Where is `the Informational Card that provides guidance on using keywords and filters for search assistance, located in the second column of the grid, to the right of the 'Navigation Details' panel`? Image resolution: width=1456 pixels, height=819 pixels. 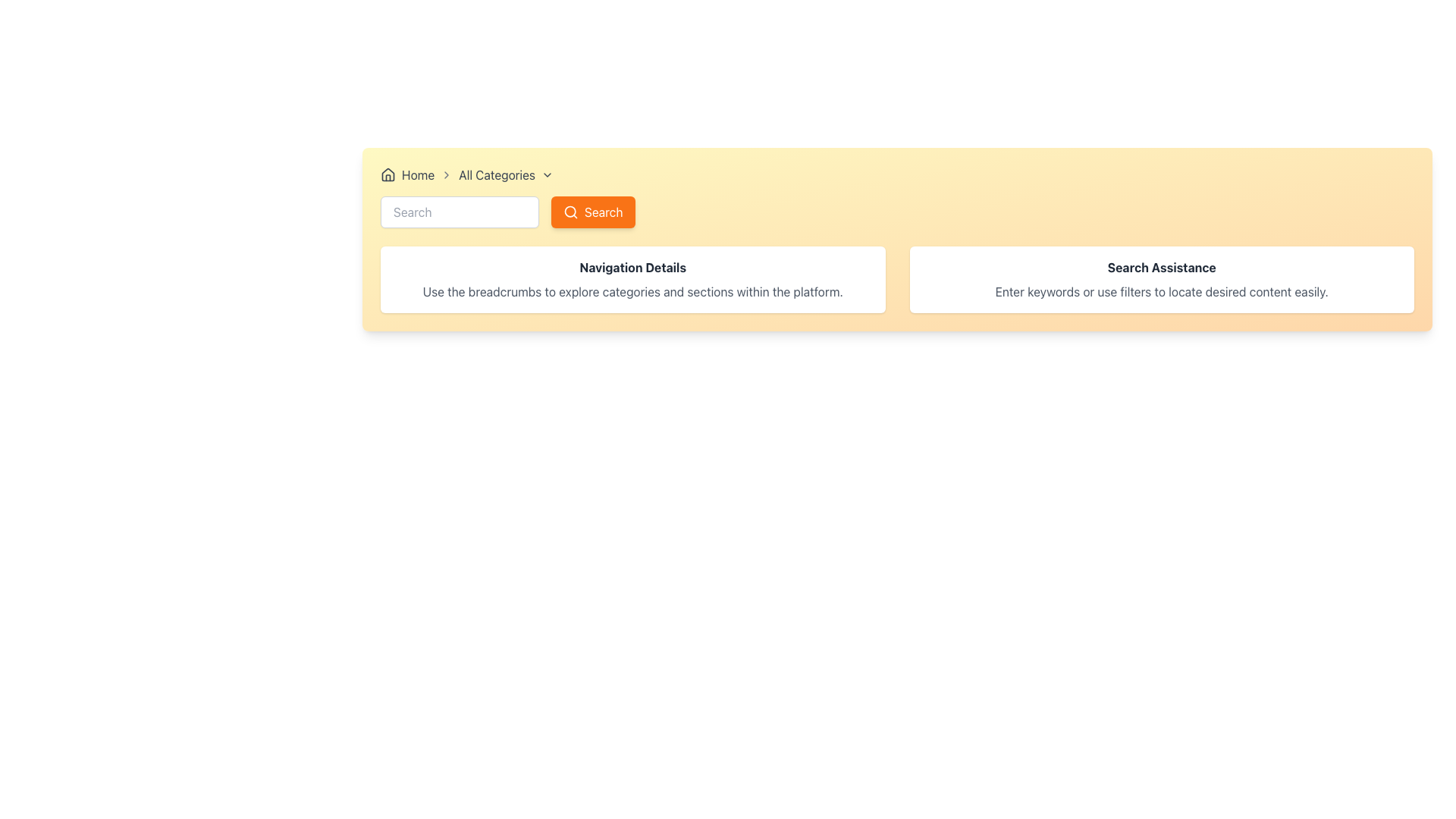 the Informational Card that provides guidance on using keywords and filters for search assistance, located in the second column of the grid, to the right of the 'Navigation Details' panel is located at coordinates (1161, 280).